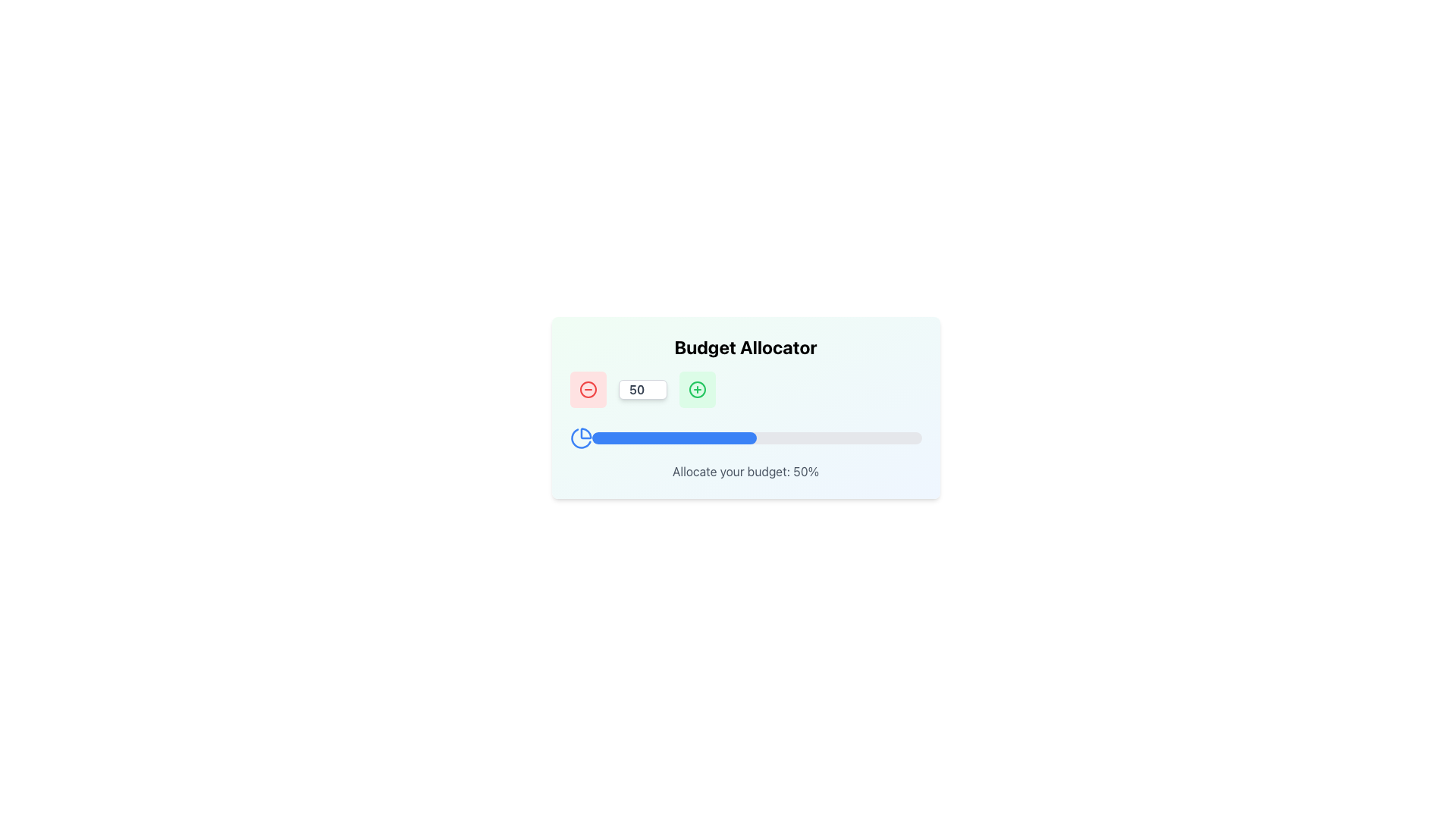  What do you see at coordinates (696, 388) in the screenshot?
I see `the button that increases the numeric value in the adjacent input box, located to the right of the input displaying '50'` at bounding box center [696, 388].